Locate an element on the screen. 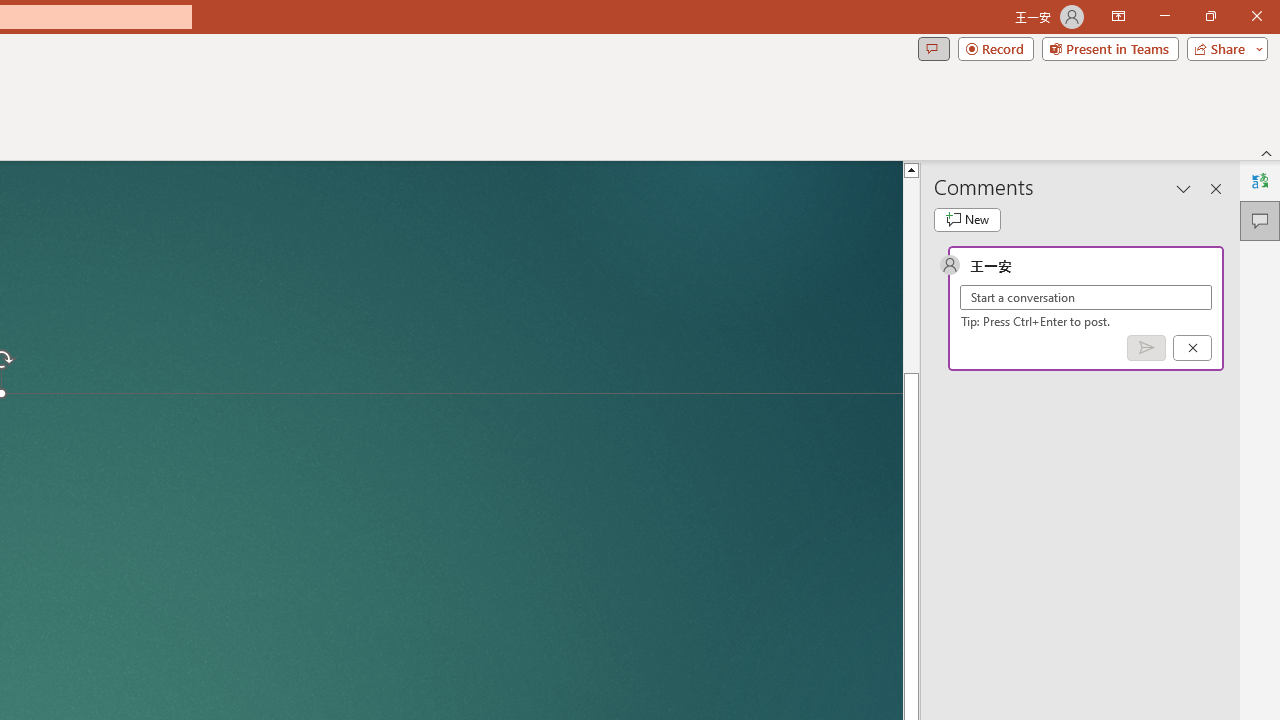  'Post comment (Ctrl + Enter)' is located at coordinates (1146, 346).